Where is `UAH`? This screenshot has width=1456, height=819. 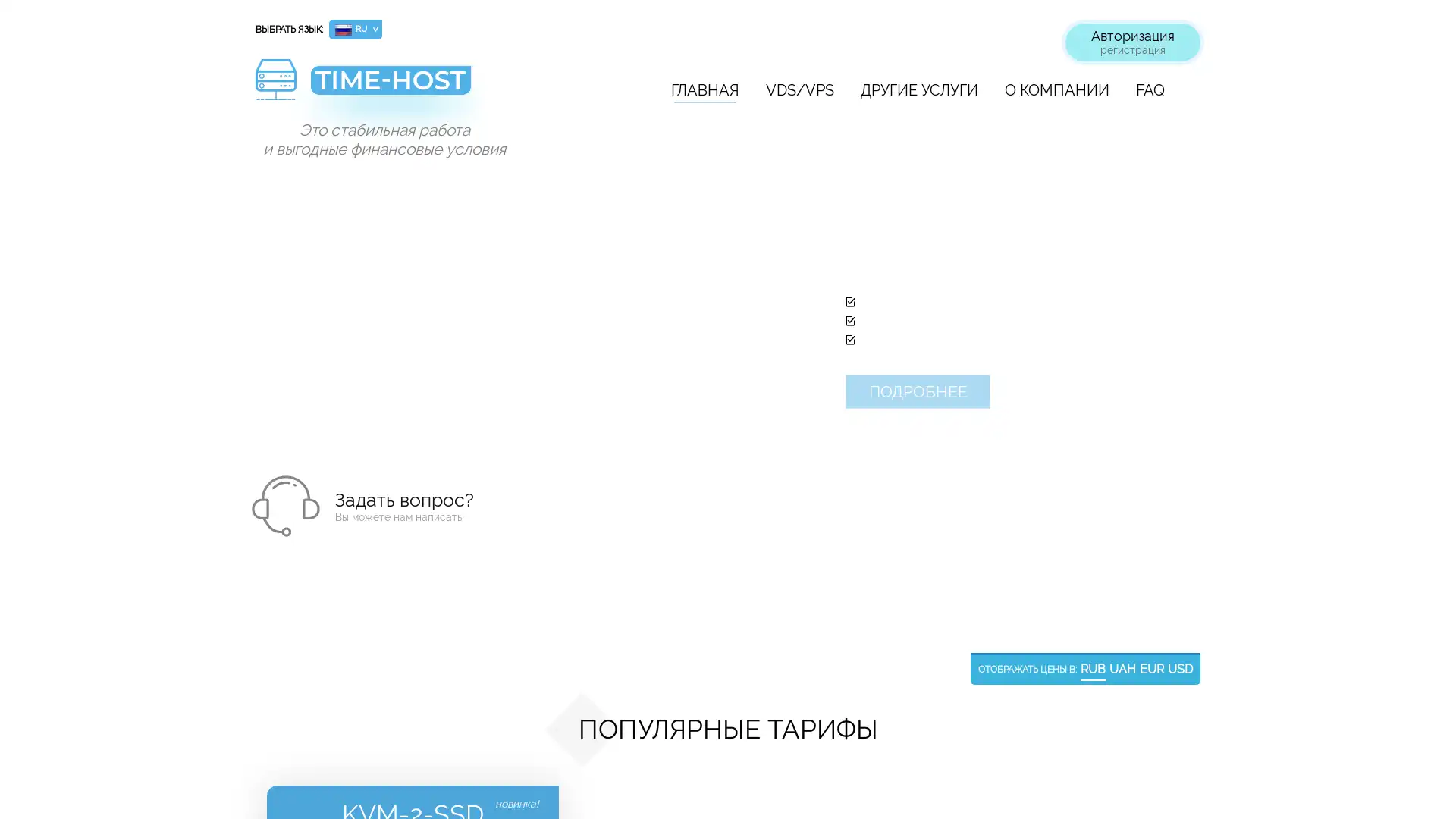 UAH is located at coordinates (1122, 669).